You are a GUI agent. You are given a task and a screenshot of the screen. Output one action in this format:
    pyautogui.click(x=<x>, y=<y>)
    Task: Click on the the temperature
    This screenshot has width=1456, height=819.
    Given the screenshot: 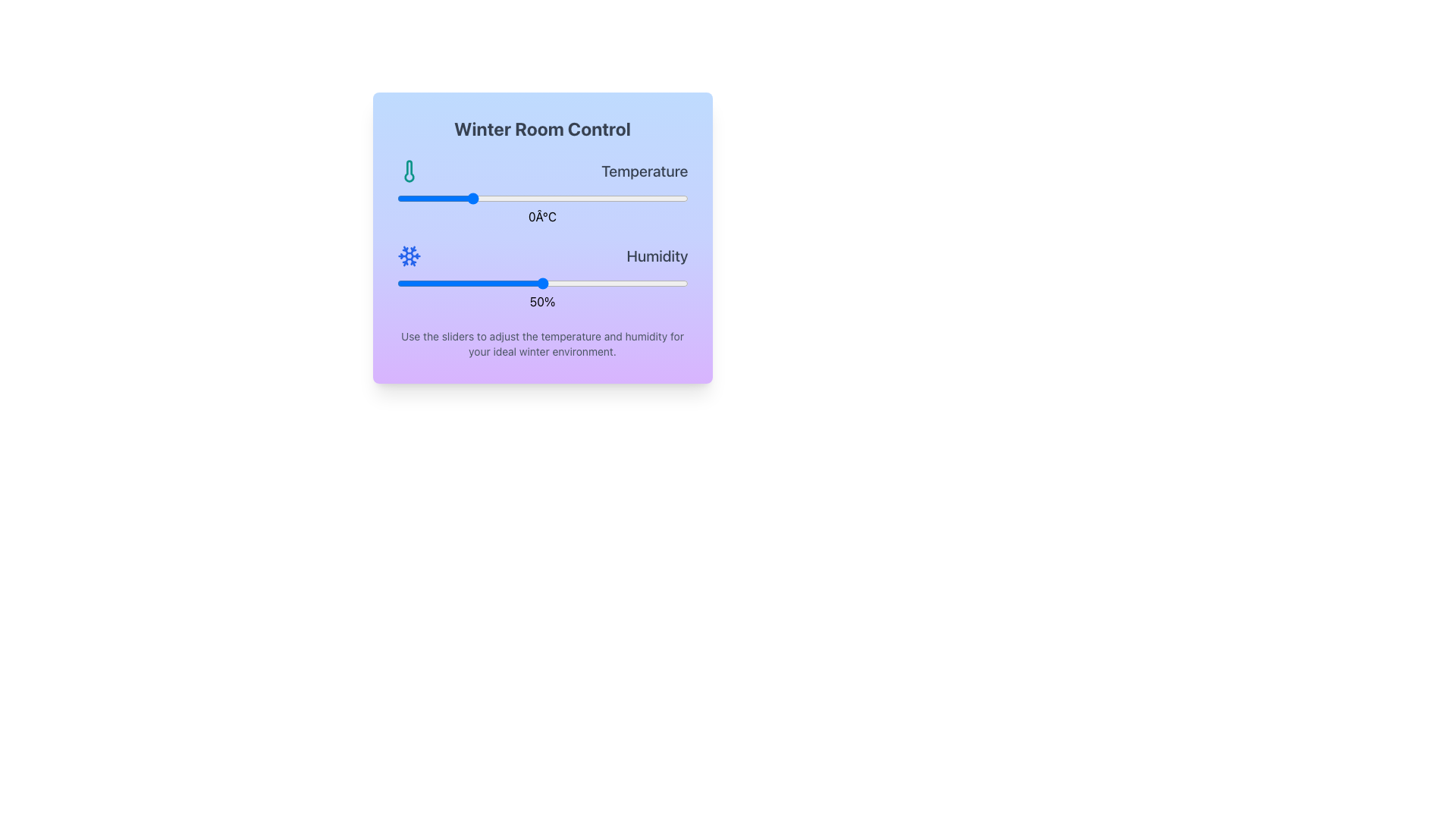 What is the action you would take?
    pyautogui.click(x=419, y=198)
    